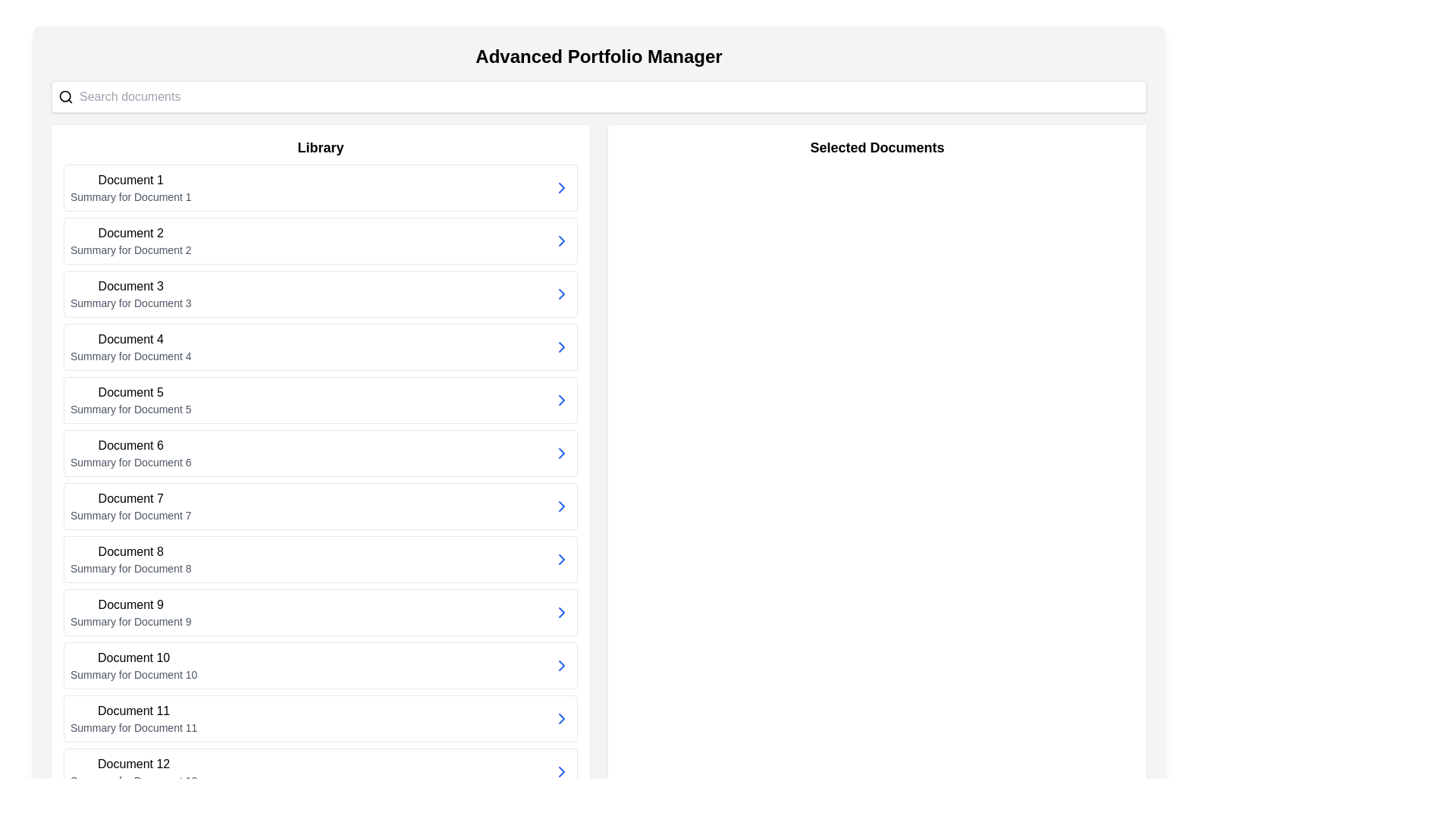 This screenshot has height=819, width=1456. I want to click on the text label displaying 'Document 3', which is the title of the third item in the Library section's vertically arranged list, so click(130, 287).